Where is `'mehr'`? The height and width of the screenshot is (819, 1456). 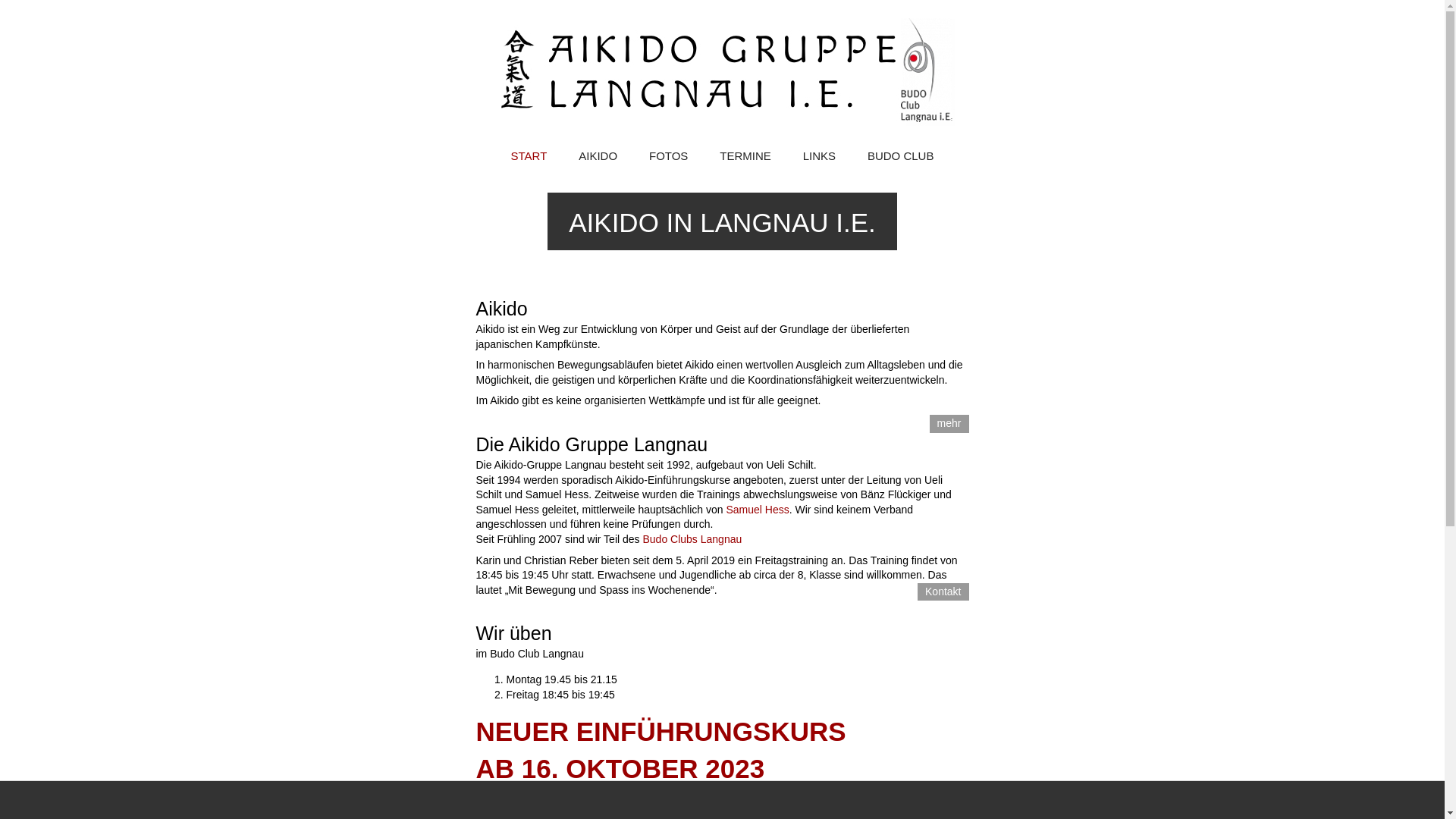
'mehr' is located at coordinates (949, 424).